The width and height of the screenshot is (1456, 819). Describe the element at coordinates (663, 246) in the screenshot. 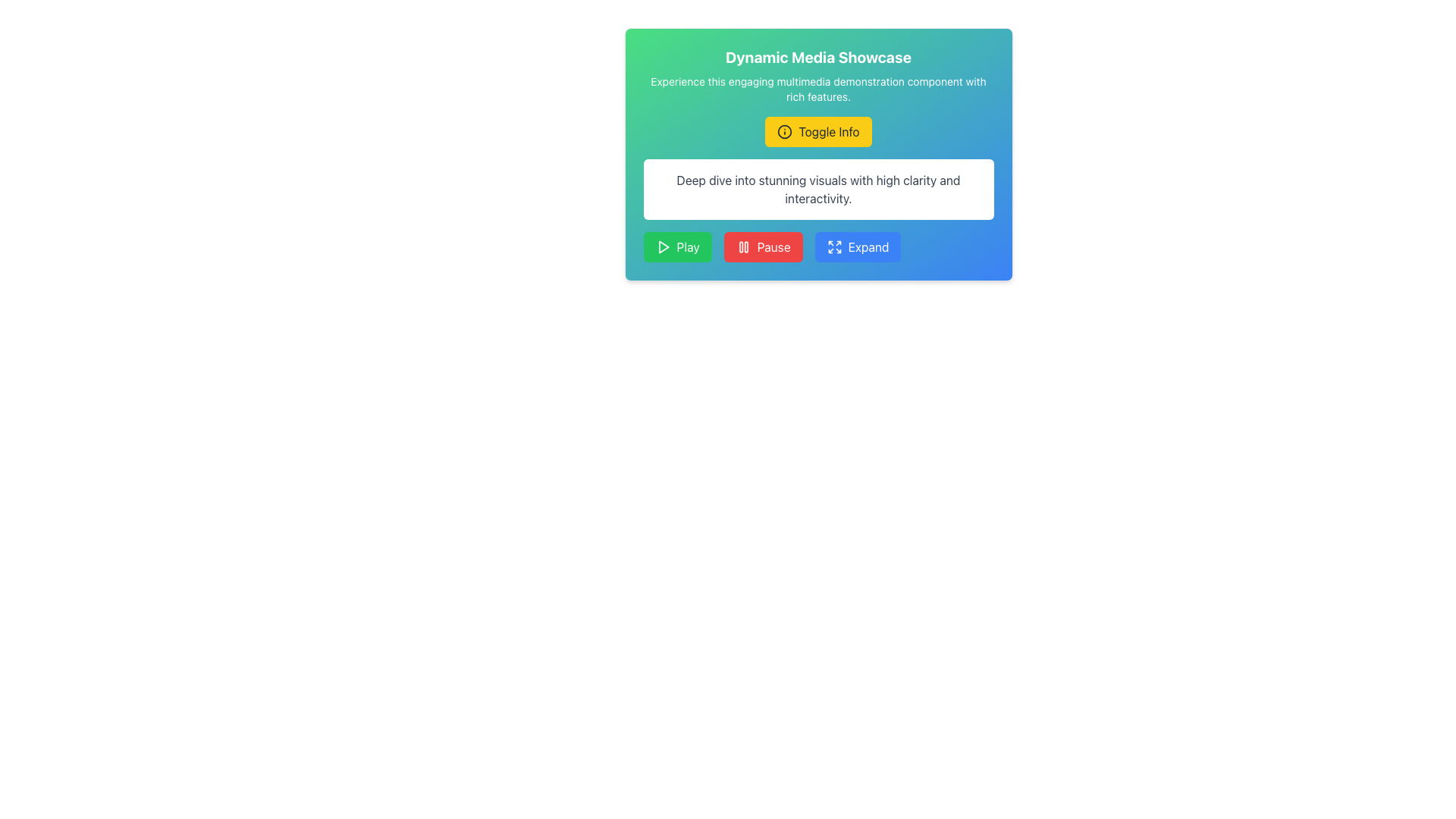

I see `the green rectangular button labeled 'Play' that contains the triangular play icon with a white border` at that location.